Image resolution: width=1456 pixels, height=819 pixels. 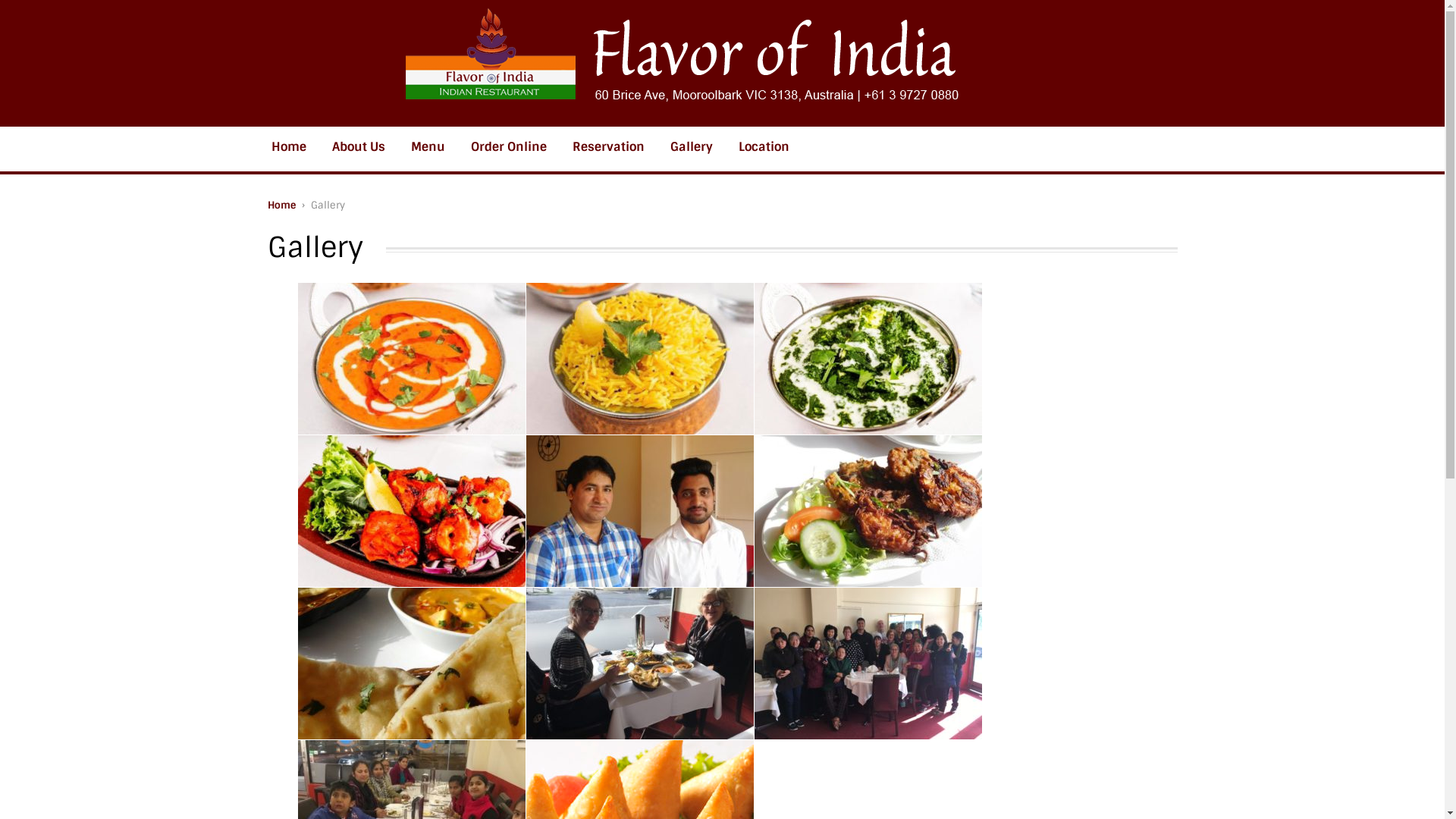 I want to click on 'image-4', so click(x=411, y=511).